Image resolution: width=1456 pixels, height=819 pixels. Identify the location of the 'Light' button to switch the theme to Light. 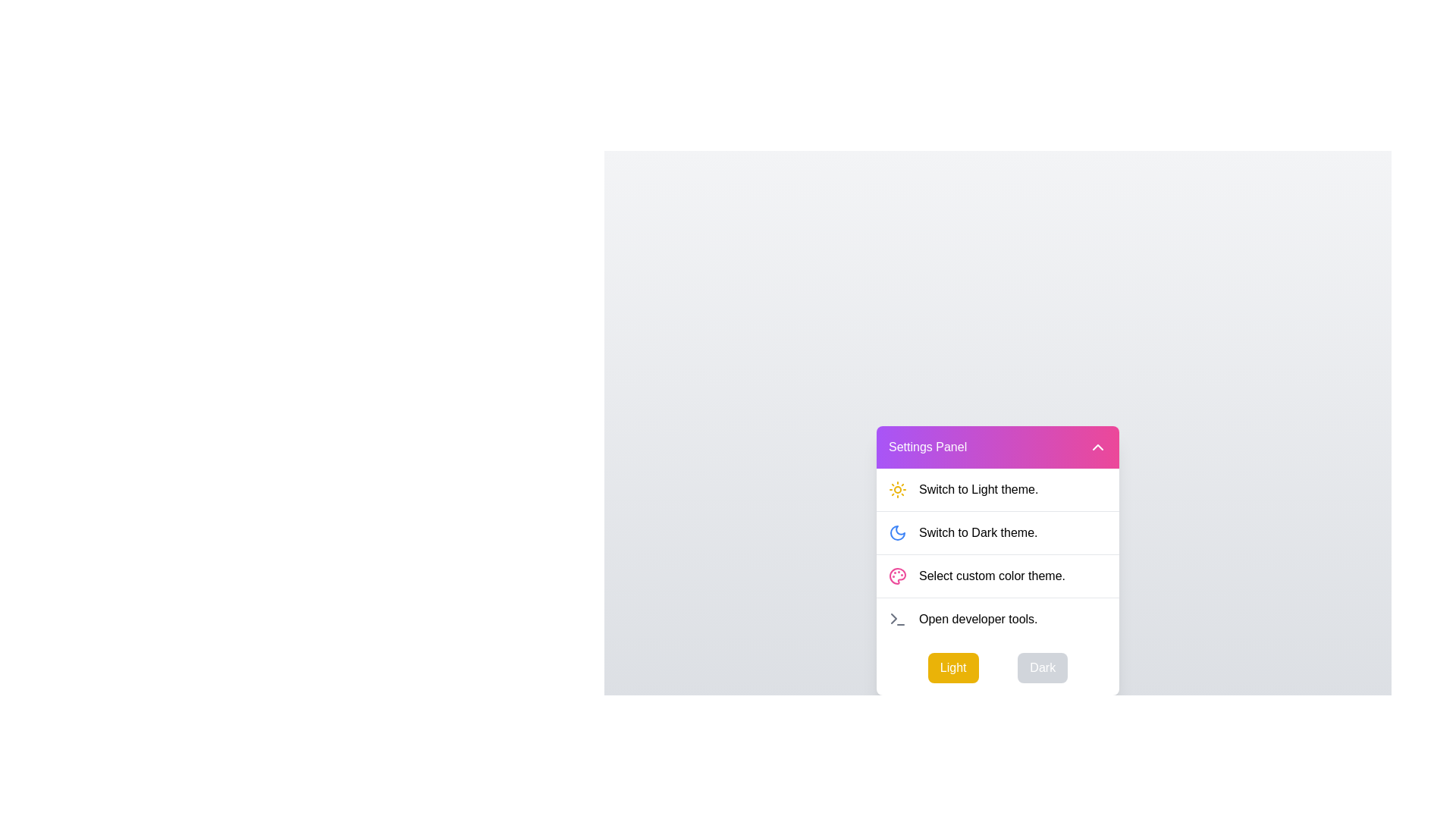
(952, 666).